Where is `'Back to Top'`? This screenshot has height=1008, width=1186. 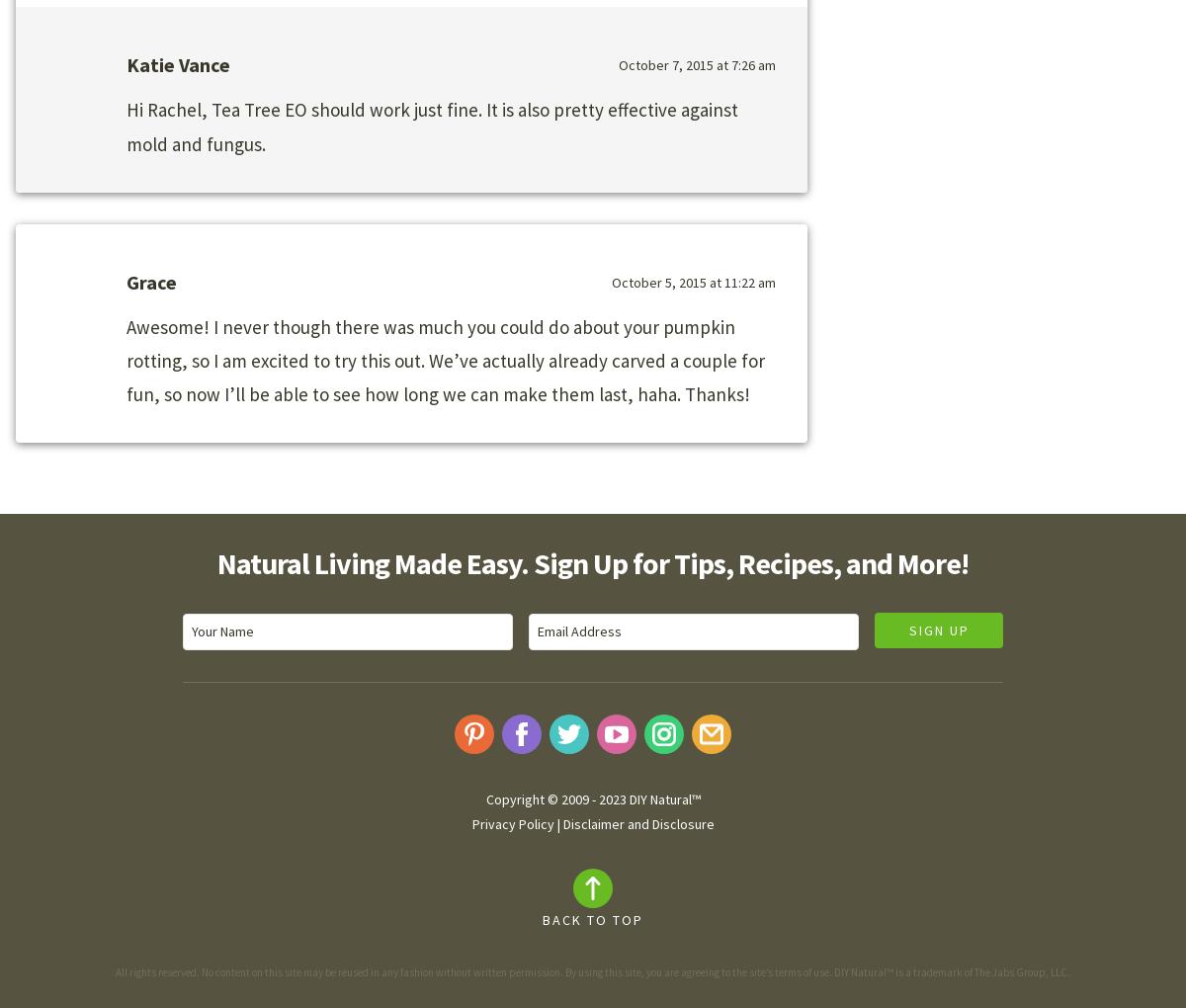 'Back to Top' is located at coordinates (593, 919).